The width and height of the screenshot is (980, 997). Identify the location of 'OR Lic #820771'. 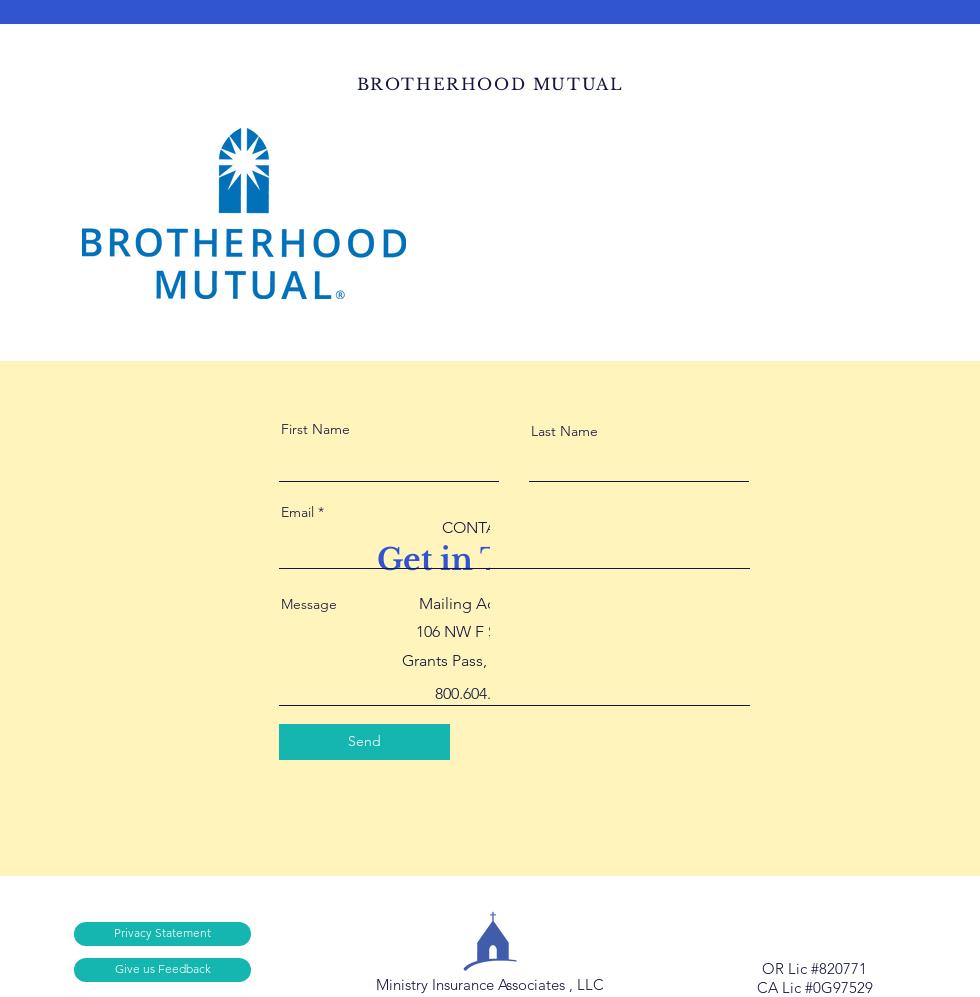
(814, 966).